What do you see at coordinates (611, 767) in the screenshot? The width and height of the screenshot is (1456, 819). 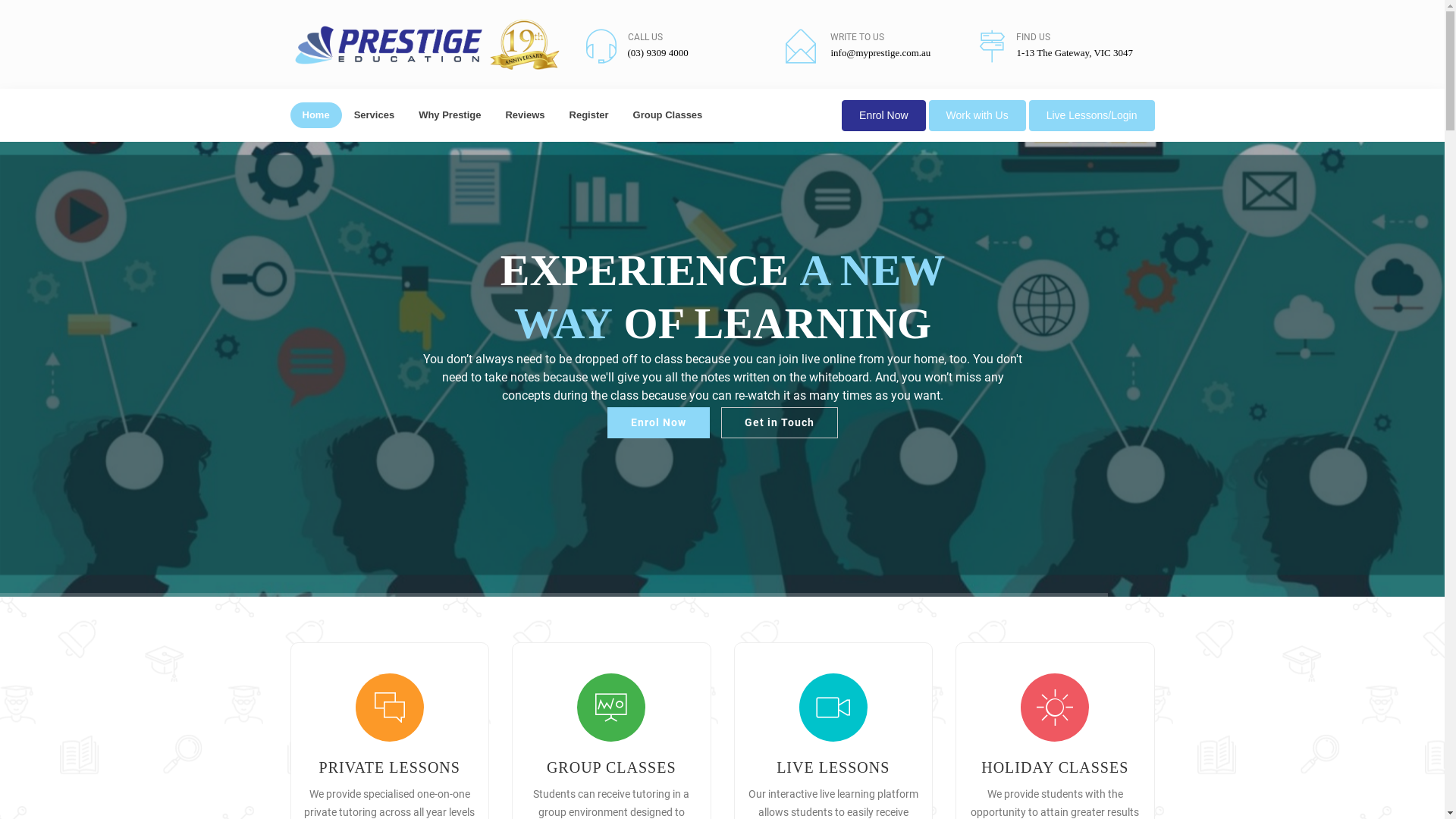 I see `'GROUP CLASSES'` at bounding box center [611, 767].